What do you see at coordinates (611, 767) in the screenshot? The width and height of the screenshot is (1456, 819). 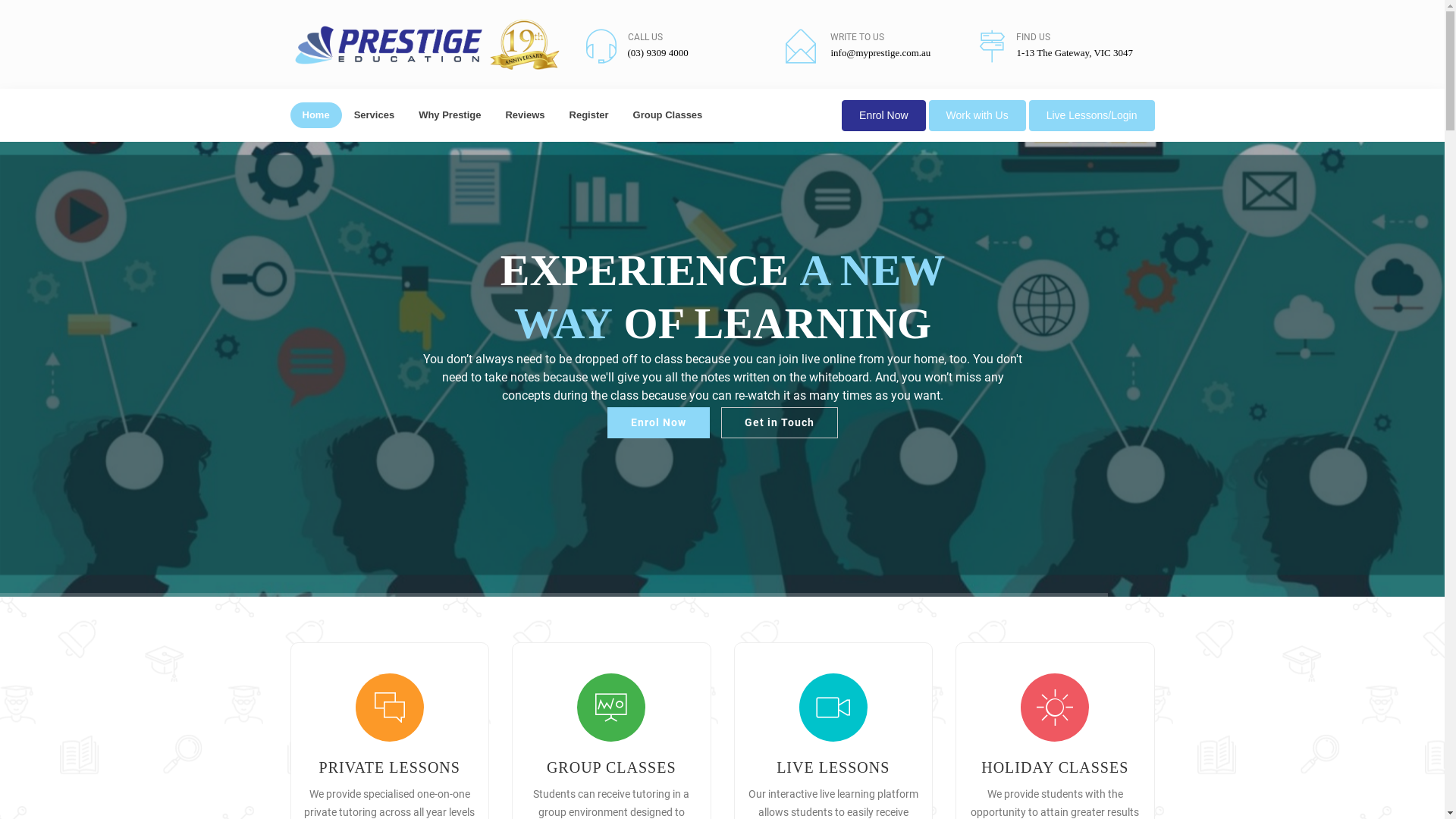 I see `'GROUP CLASSES'` at bounding box center [611, 767].